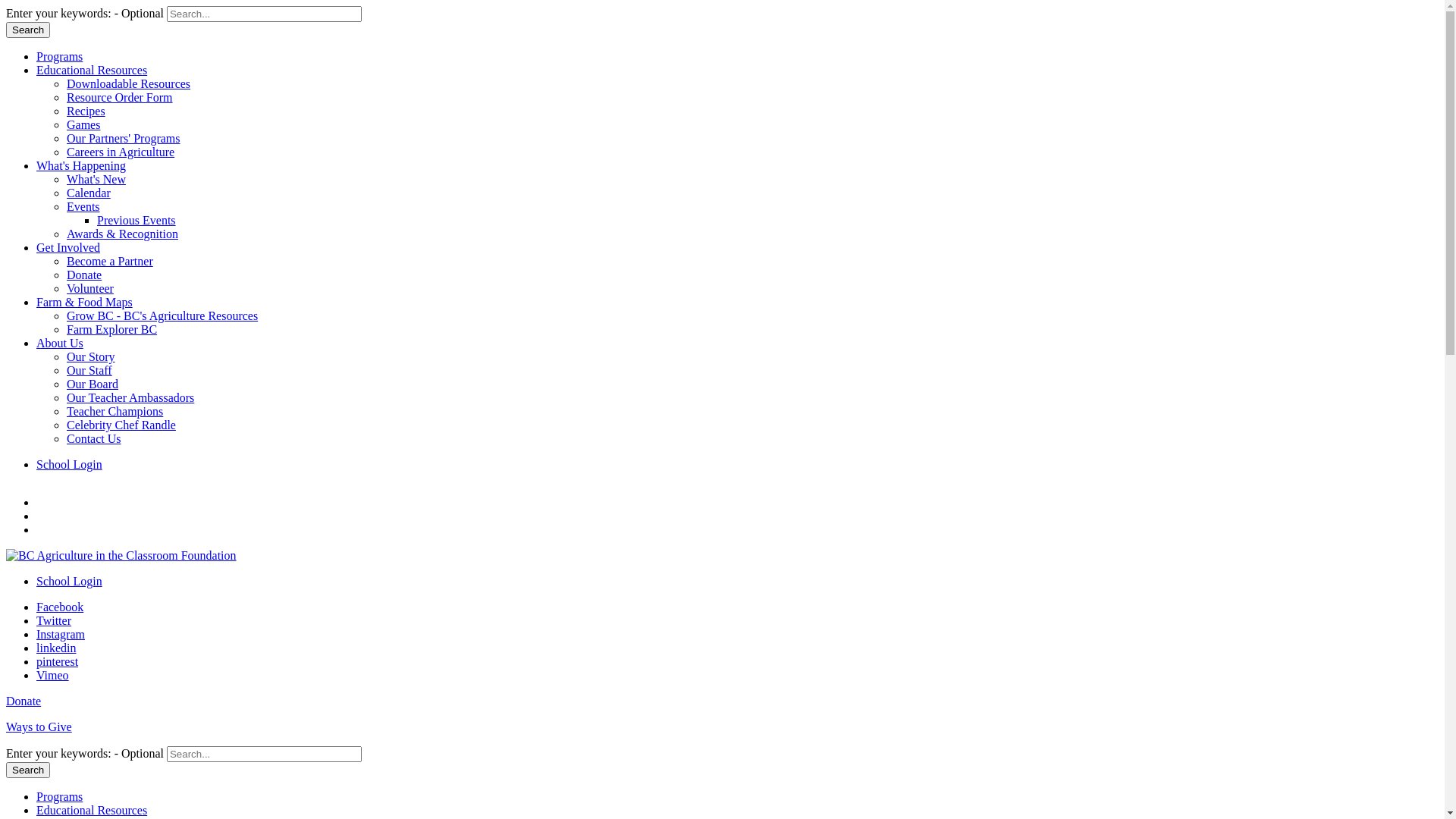 This screenshot has height=819, width=1456. I want to click on 'Awards & Recognition', so click(122, 234).